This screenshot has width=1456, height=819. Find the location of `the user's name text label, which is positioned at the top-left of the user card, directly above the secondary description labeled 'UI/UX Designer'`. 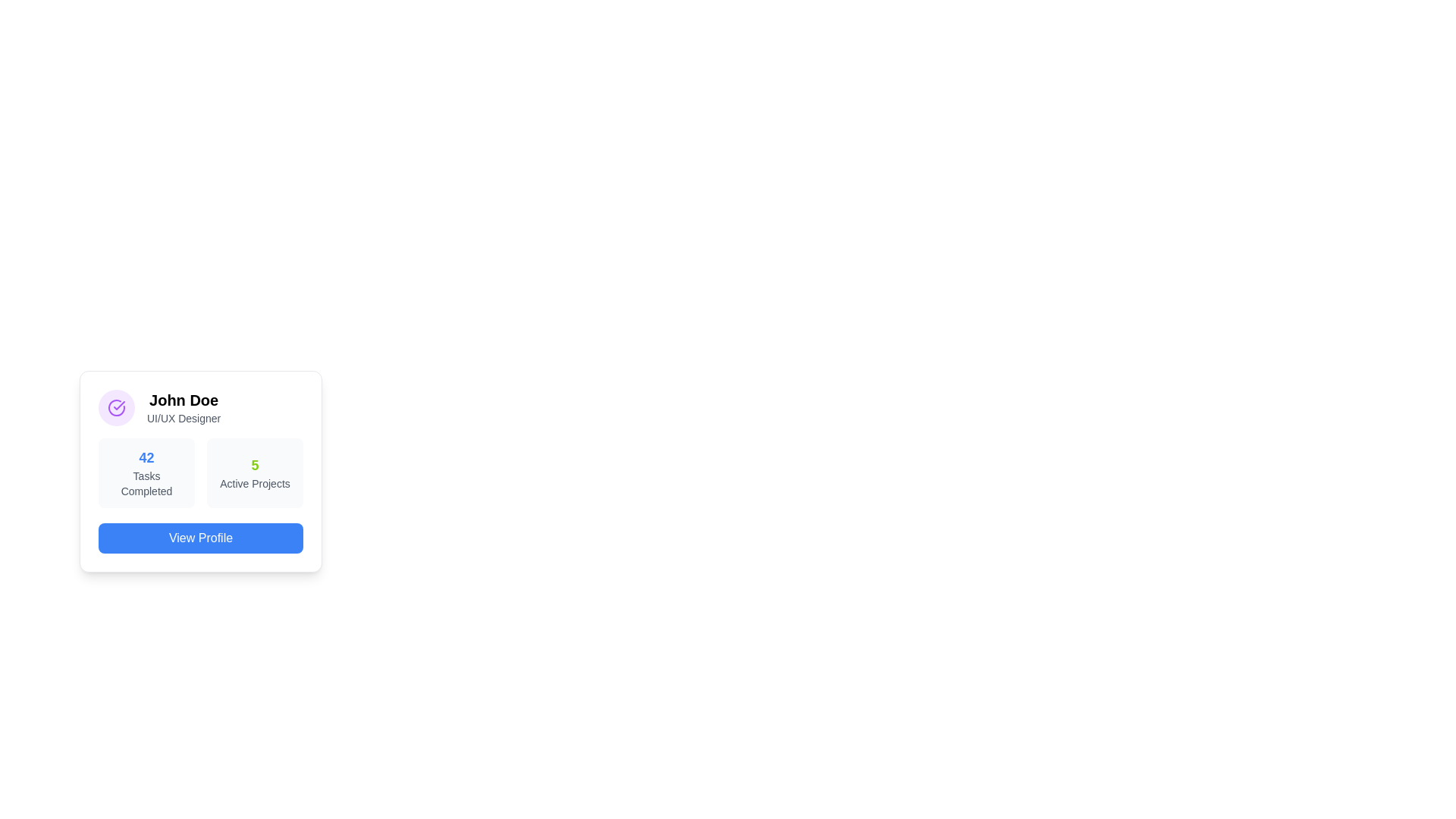

the user's name text label, which is positioned at the top-left of the user card, directly above the secondary description labeled 'UI/UX Designer' is located at coordinates (183, 400).